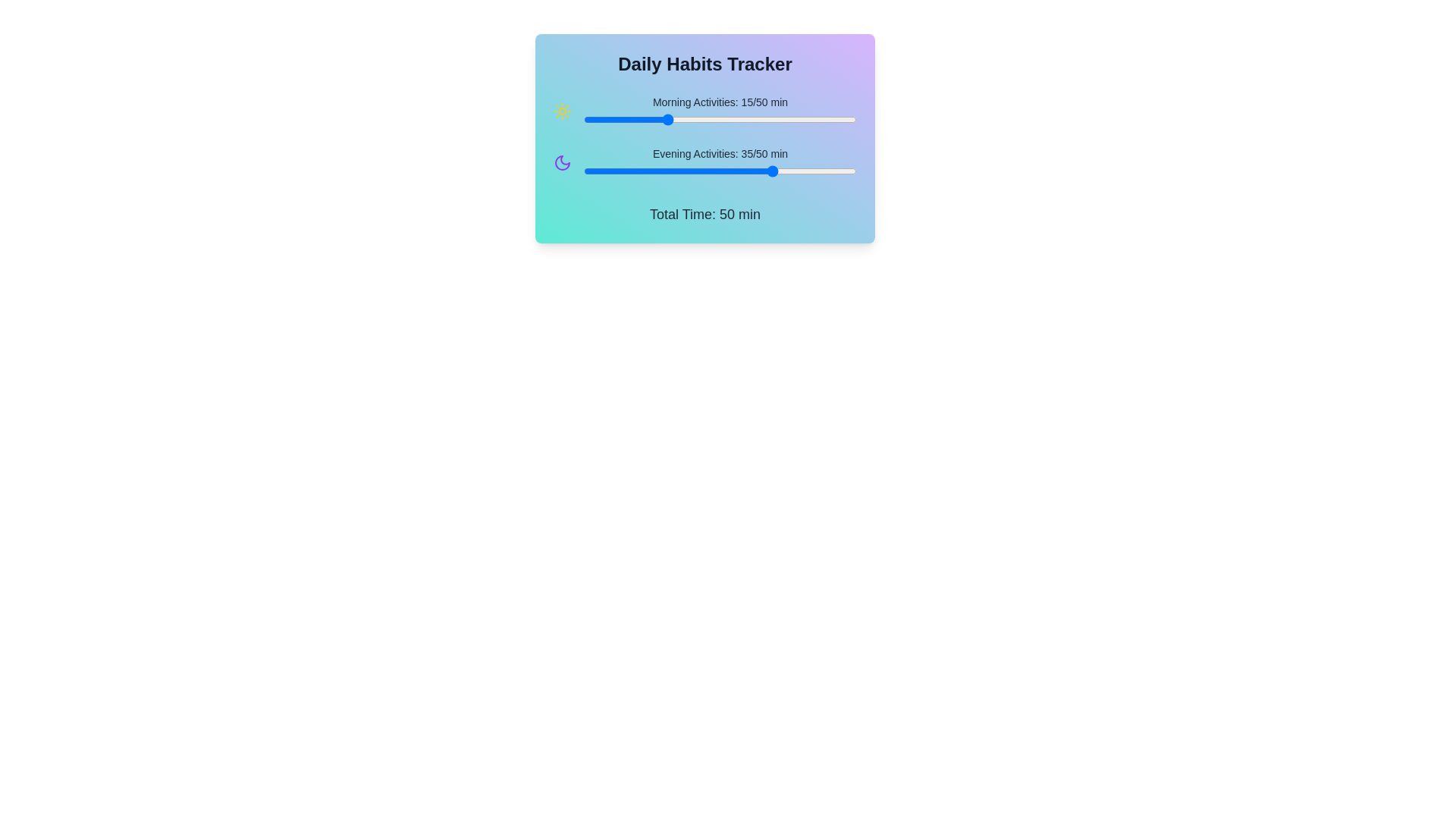 This screenshot has height=819, width=1456. What do you see at coordinates (769, 171) in the screenshot?
I see `the evening activity time` at bounding box center [769, 171].